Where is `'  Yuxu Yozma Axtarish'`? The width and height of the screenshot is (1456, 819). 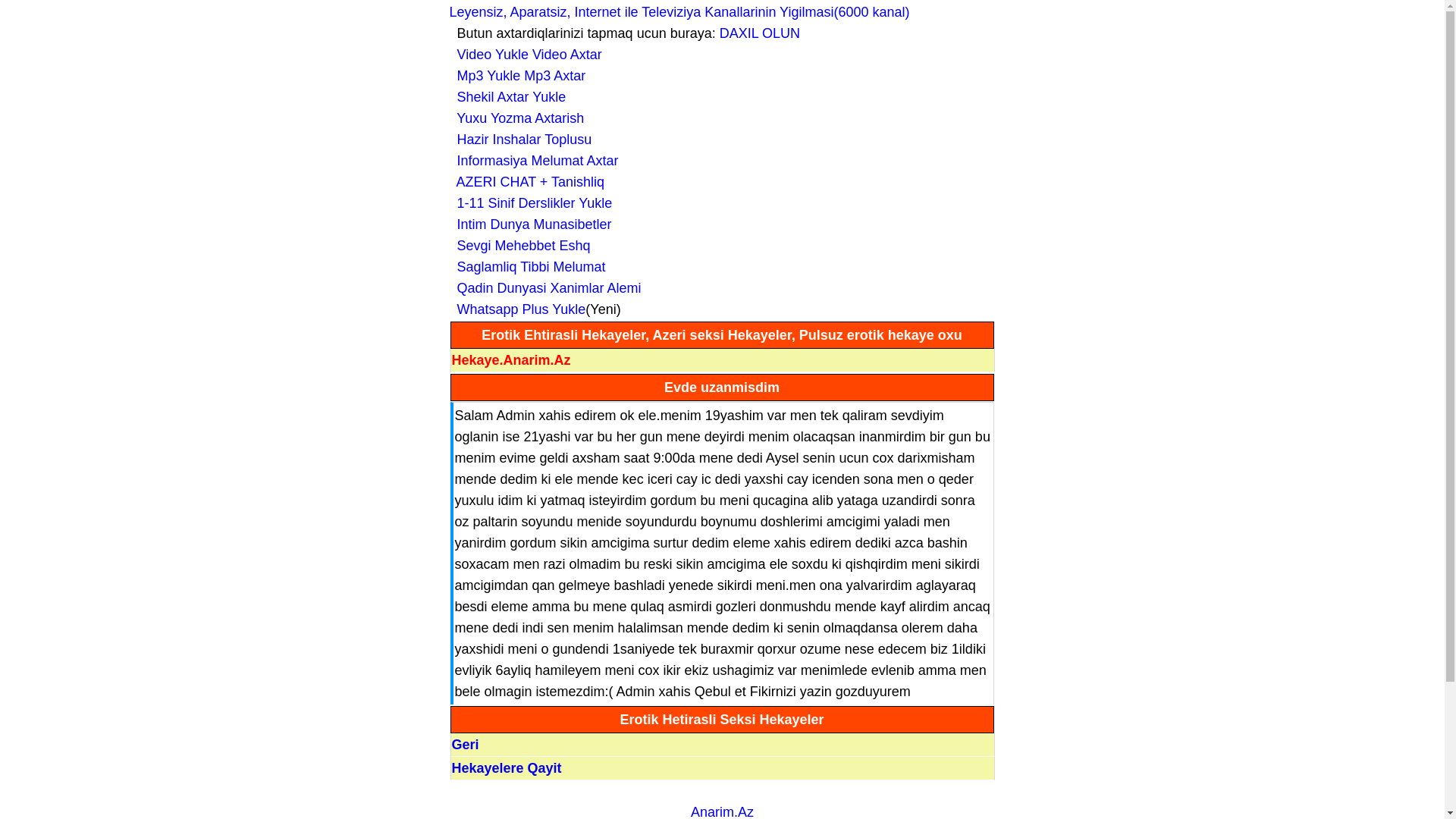
'  Yuxu Yozma Axtarish' is located at coordinates (516, 117).